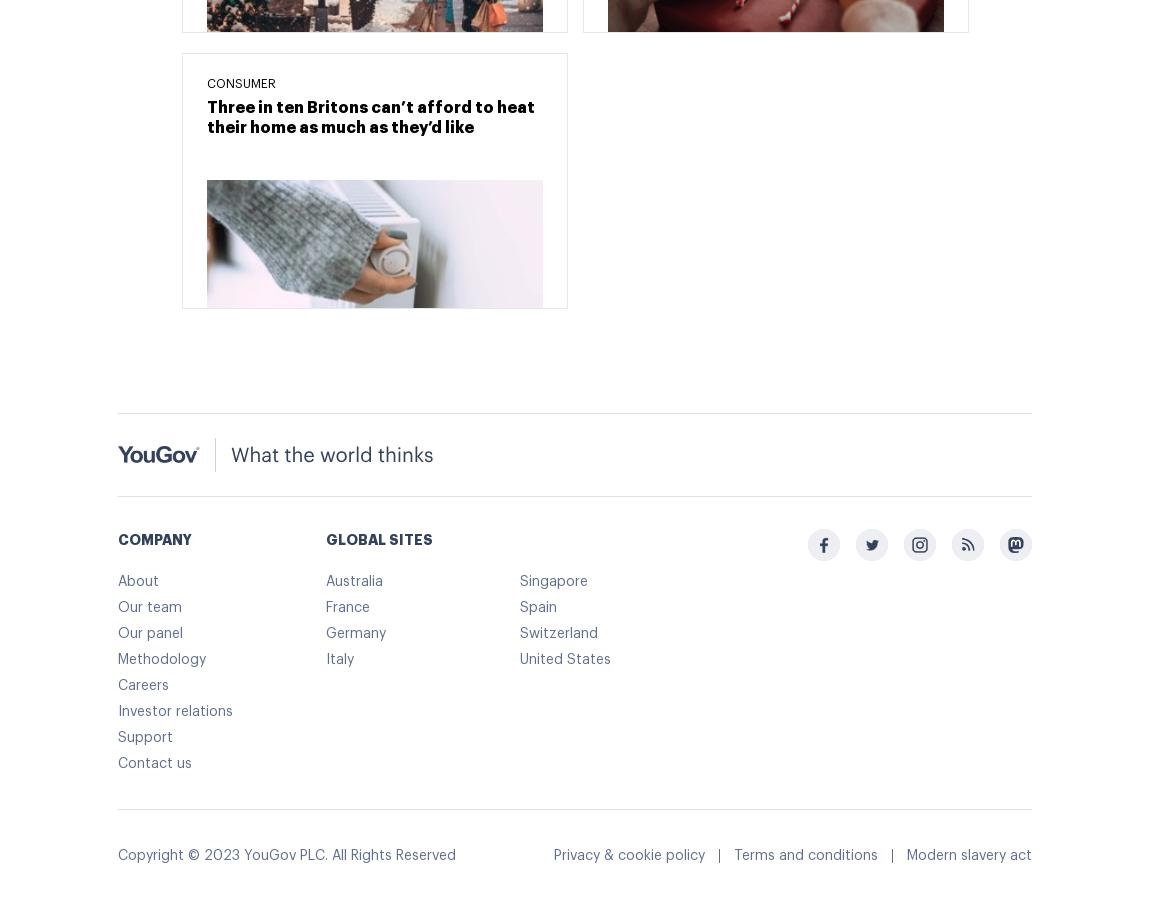 The height and width of the screenshot is (914, 1150). Describe the element at coordinates (154, 764) in the screenshot. I see `'Contact us'` at that location.